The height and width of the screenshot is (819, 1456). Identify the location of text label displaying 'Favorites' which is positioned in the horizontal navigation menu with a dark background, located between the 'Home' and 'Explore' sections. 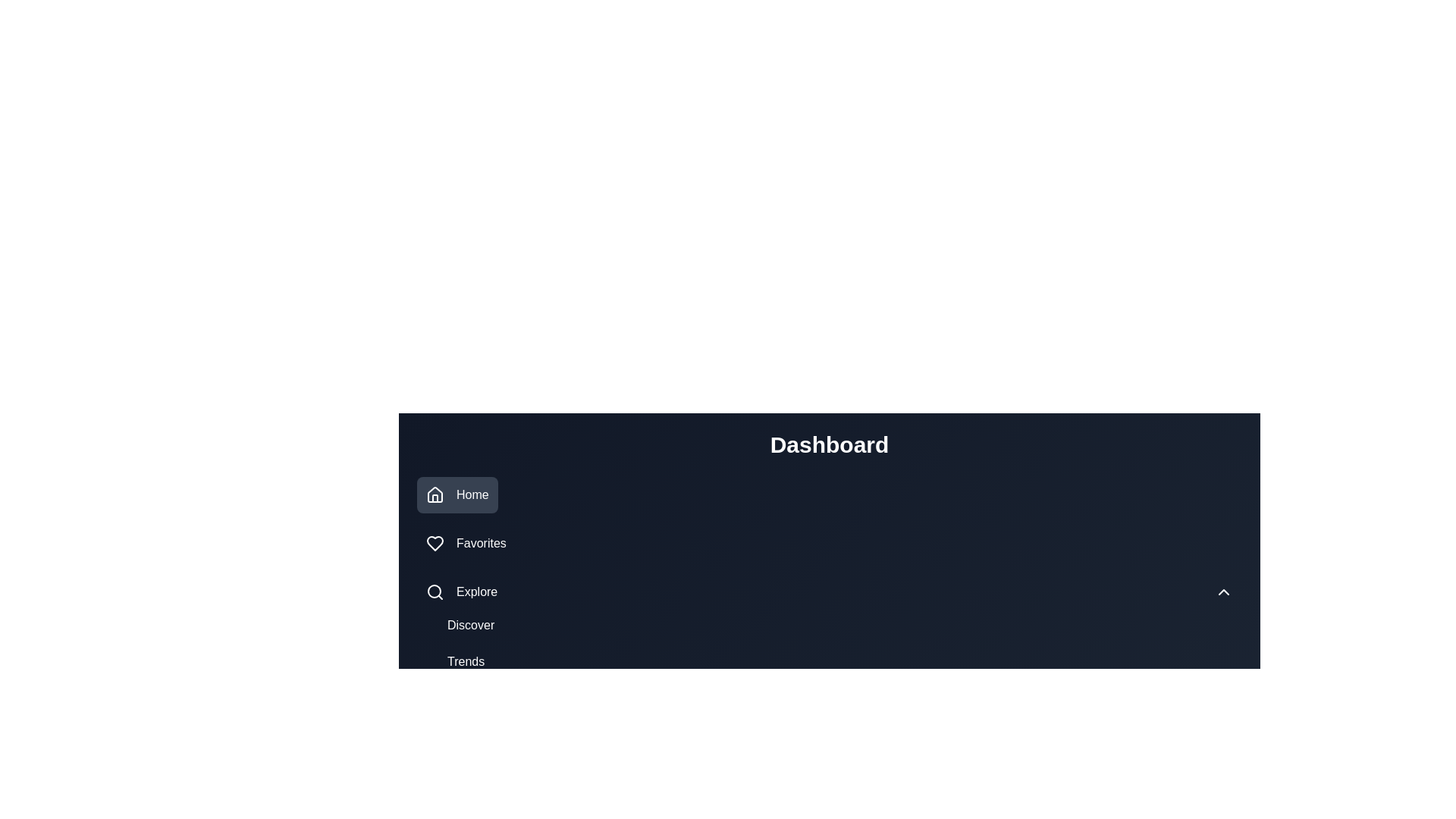
(480, 543).